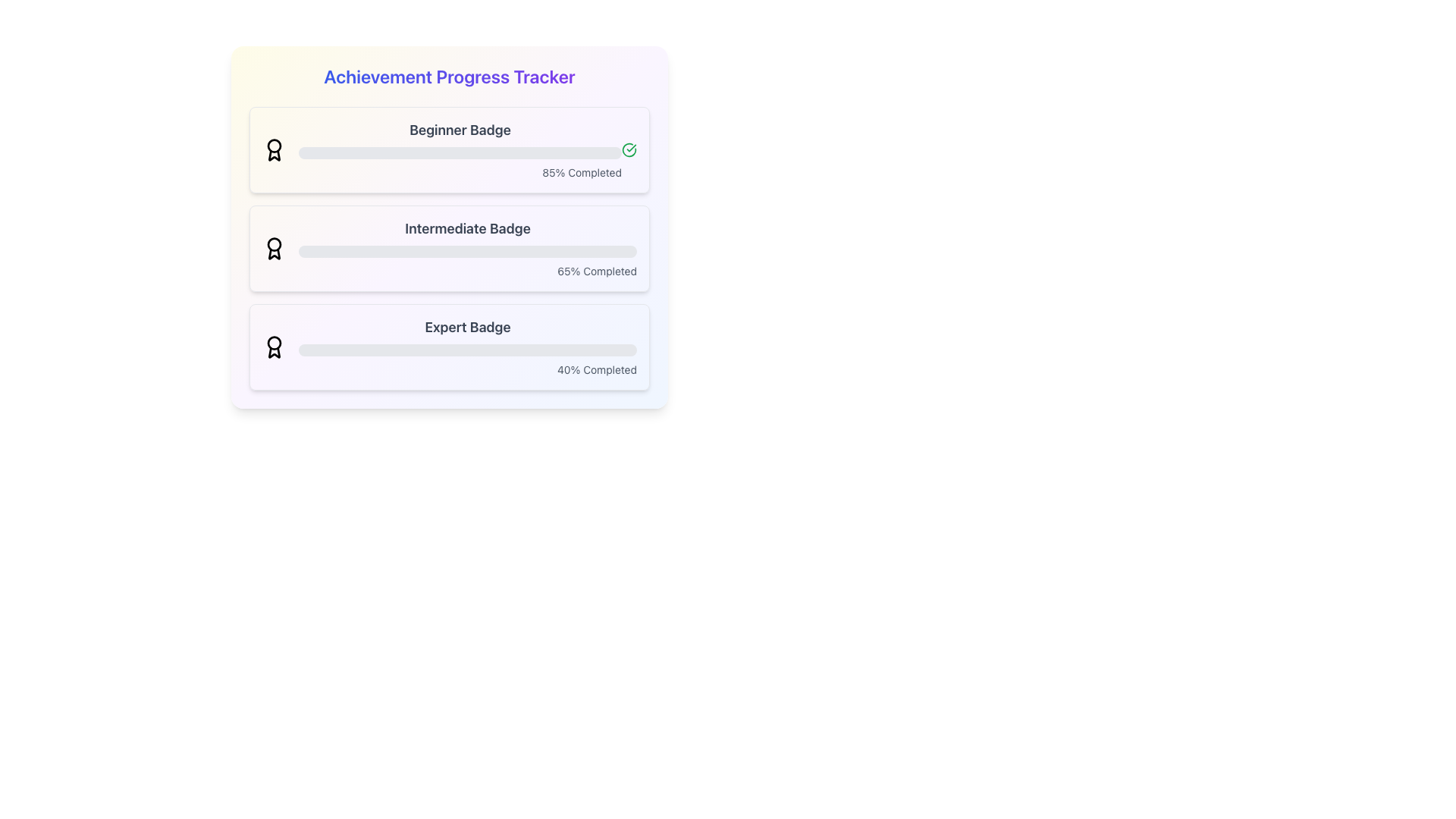 The image size is (1456, 819). I want to click on the progress status of the linear progress bar located below the 'Intermediate Badge' header and above the '65% Completed' text, so click(467, 250).